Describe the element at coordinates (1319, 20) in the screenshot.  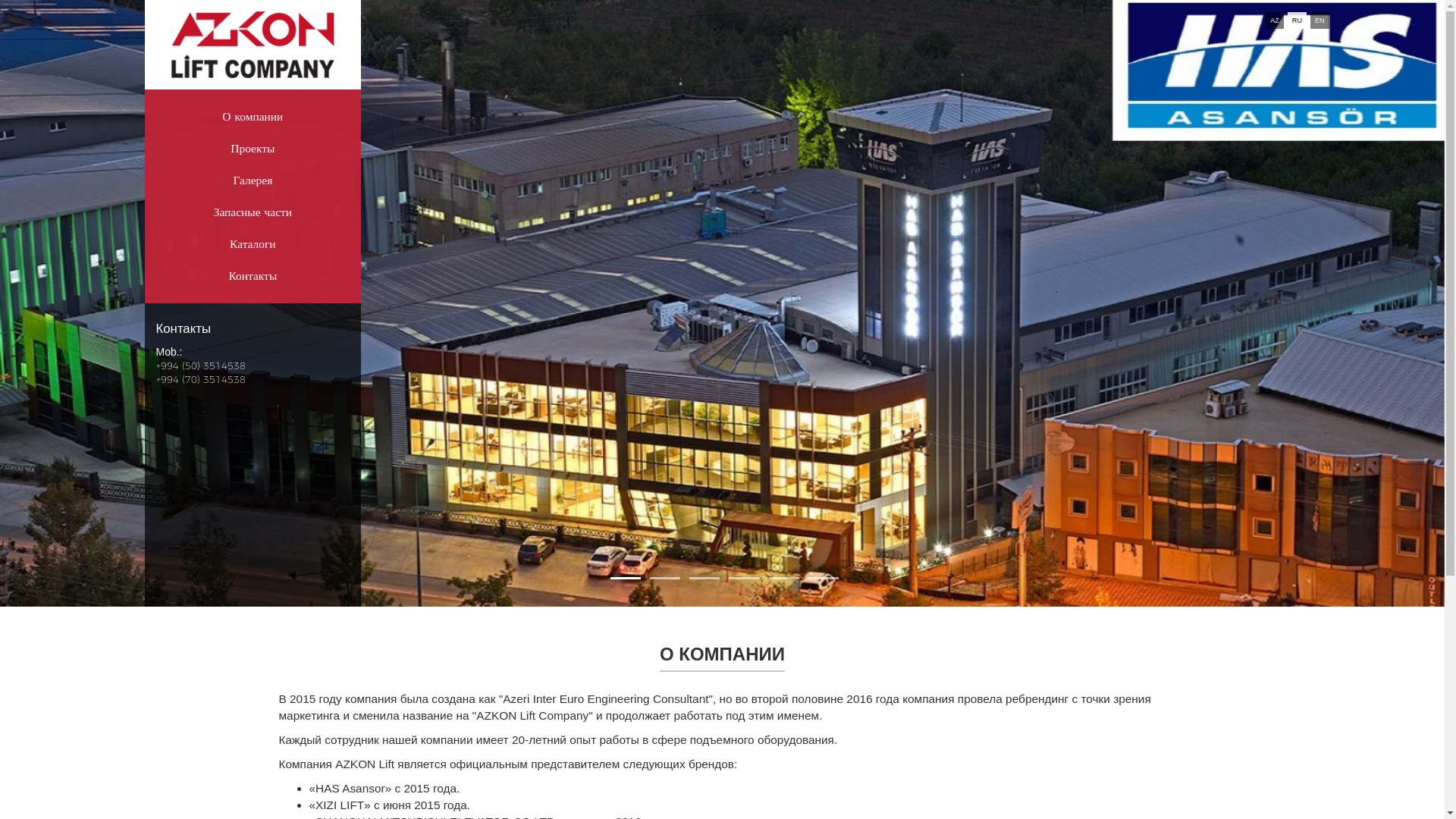
I see `'EN'` at that location.